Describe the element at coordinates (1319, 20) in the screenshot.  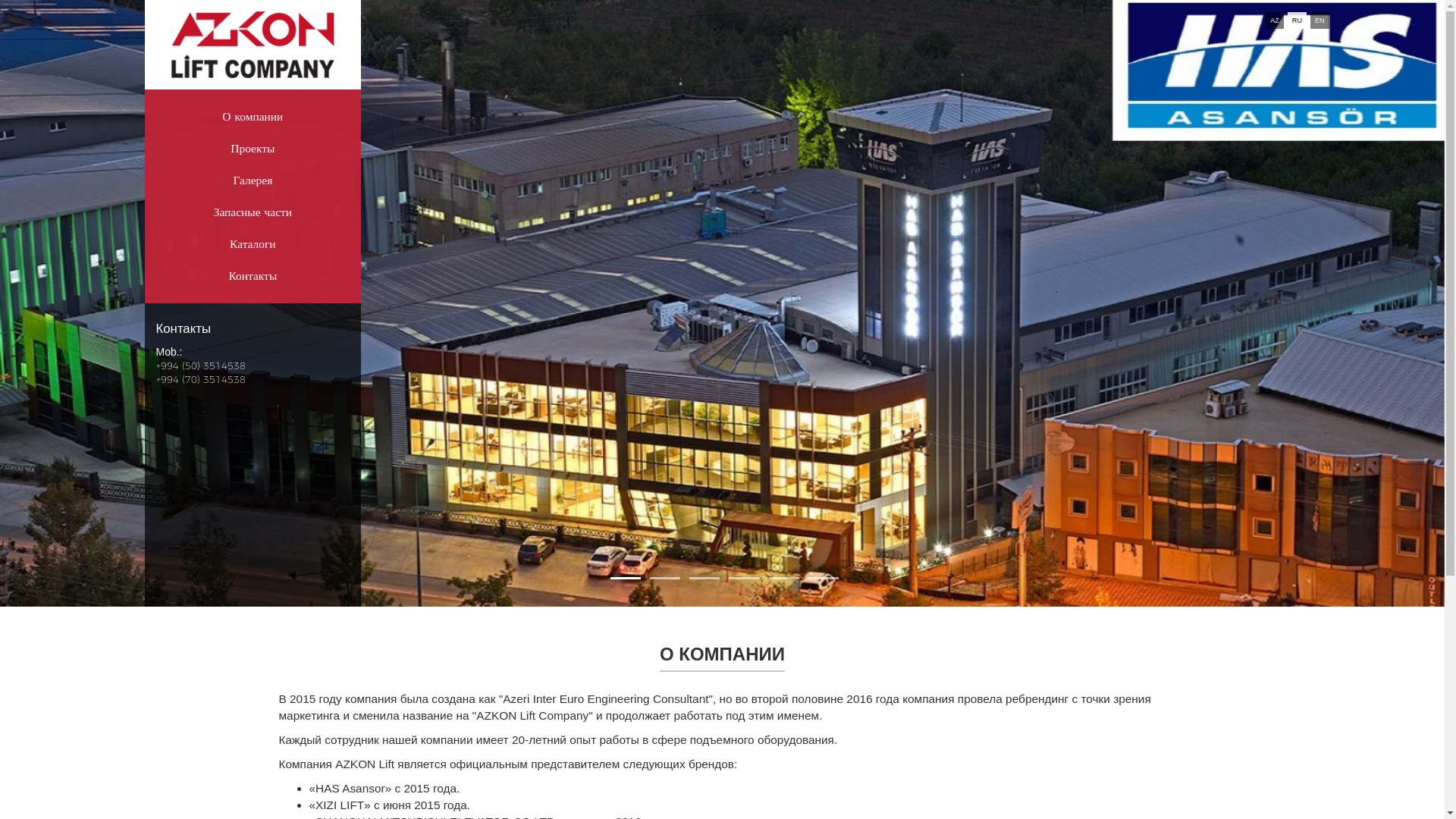
I see `'EN'` at that location.